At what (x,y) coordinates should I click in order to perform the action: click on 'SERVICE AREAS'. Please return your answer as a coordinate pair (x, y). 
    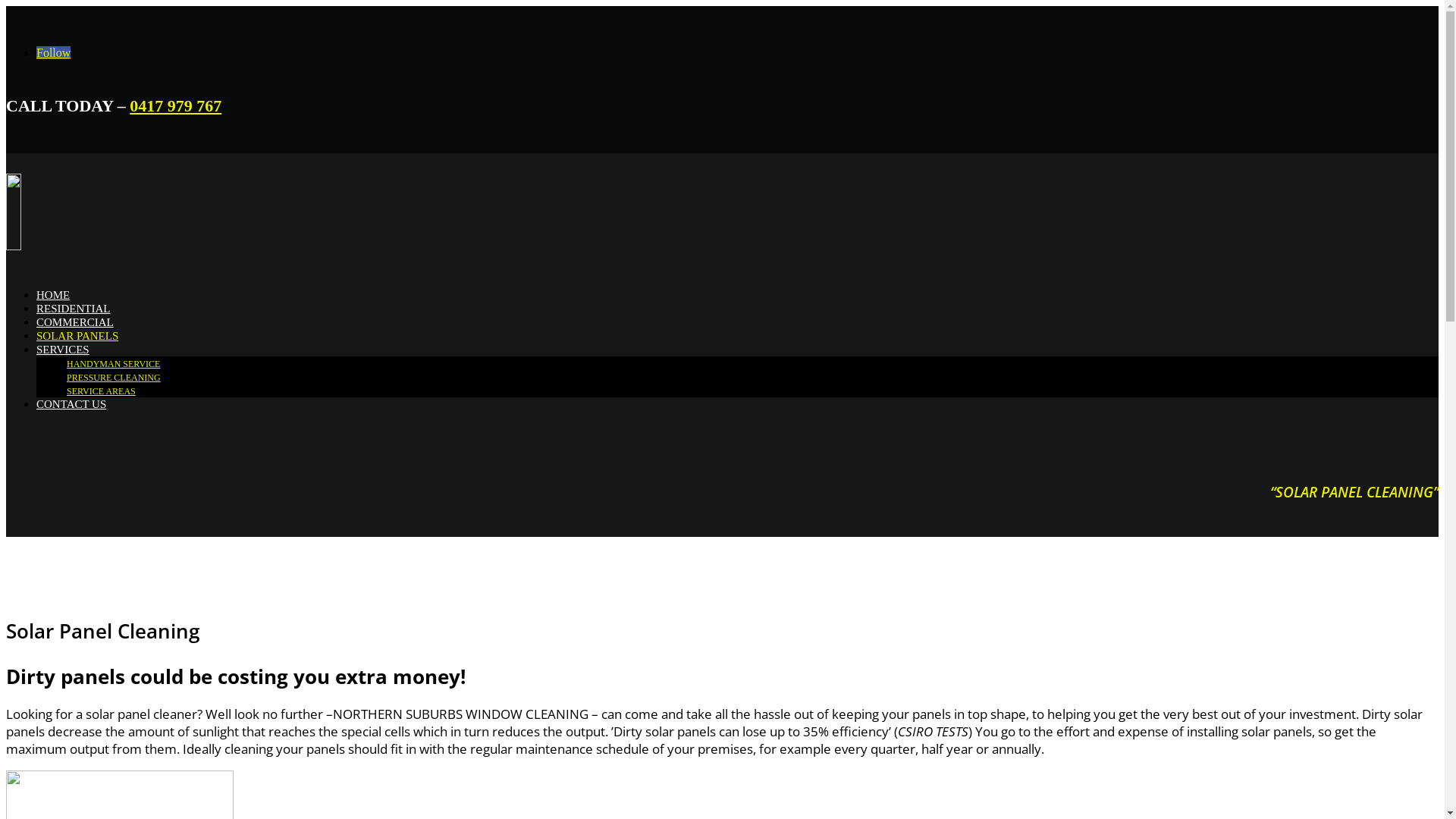
    Looking at the image, I should click on (100, 391).